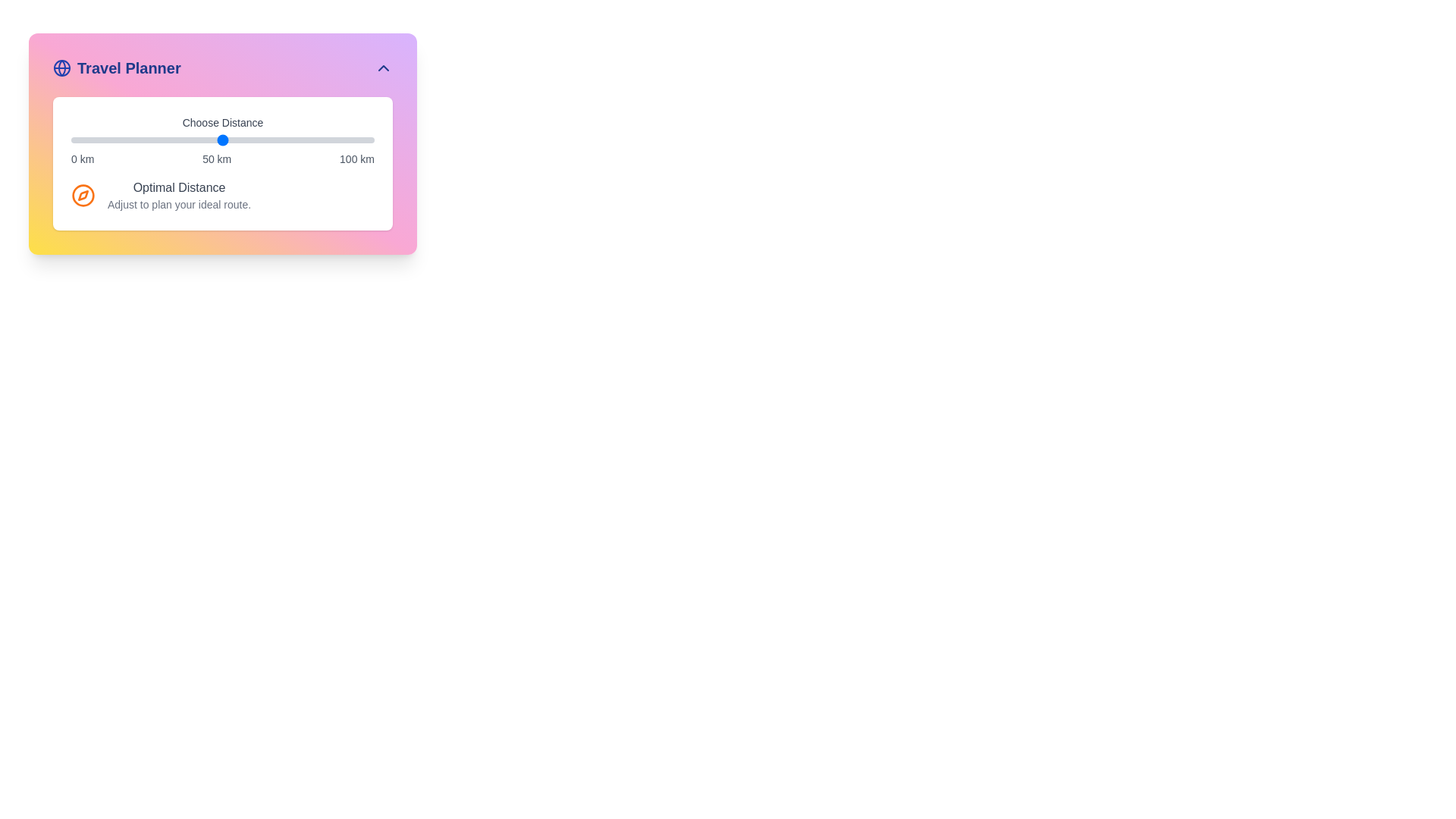  I want to click on the Range slider located in the 'Choose Distance' section, which is horizontally aligned below the 'Choose Distance' text and above the distance indicators '0 km', '50 km', and '100 km', so click(221, 140).